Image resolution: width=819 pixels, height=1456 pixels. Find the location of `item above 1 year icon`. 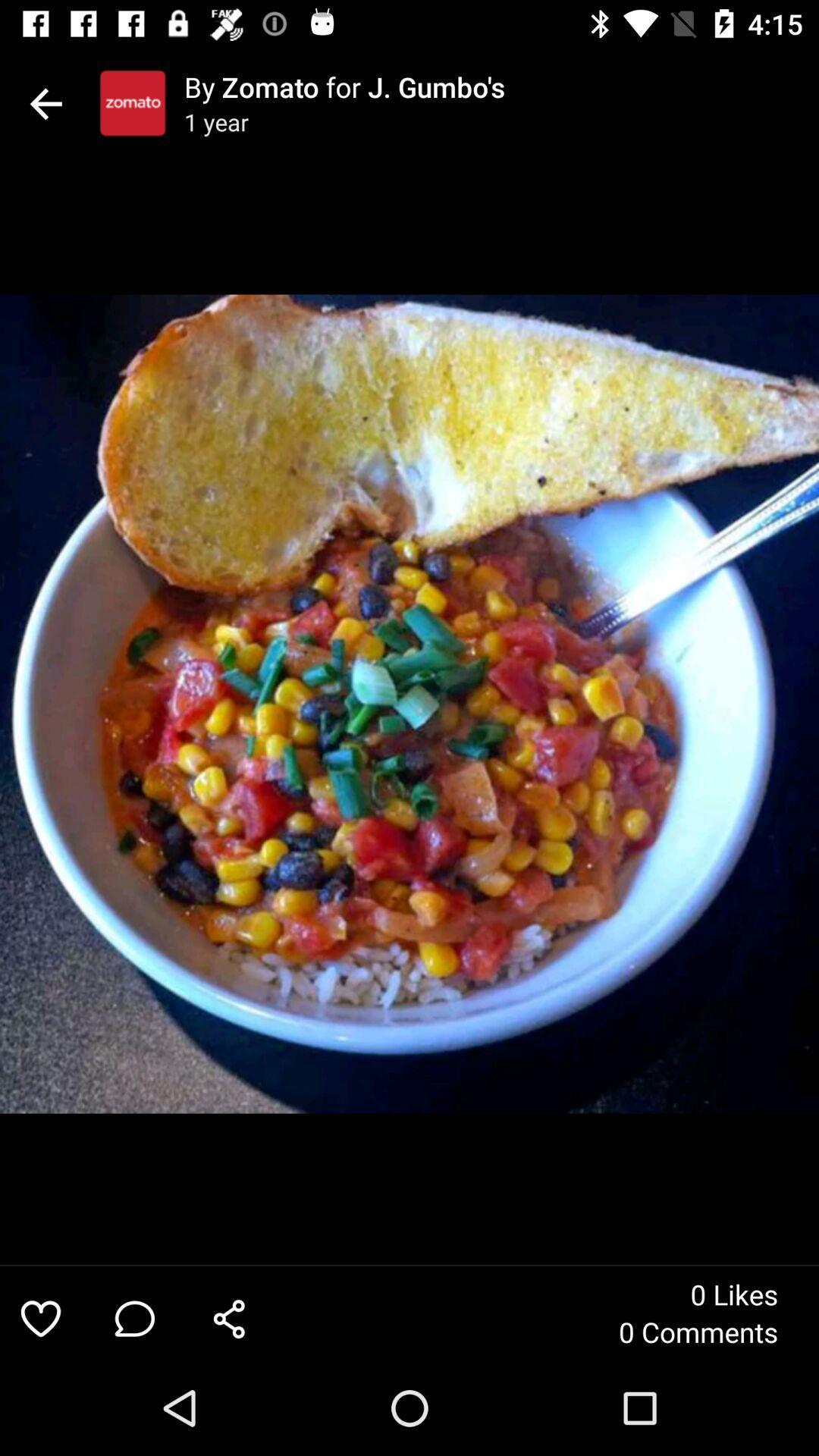

item above 1 year icon is located at coordinates (501, 86).